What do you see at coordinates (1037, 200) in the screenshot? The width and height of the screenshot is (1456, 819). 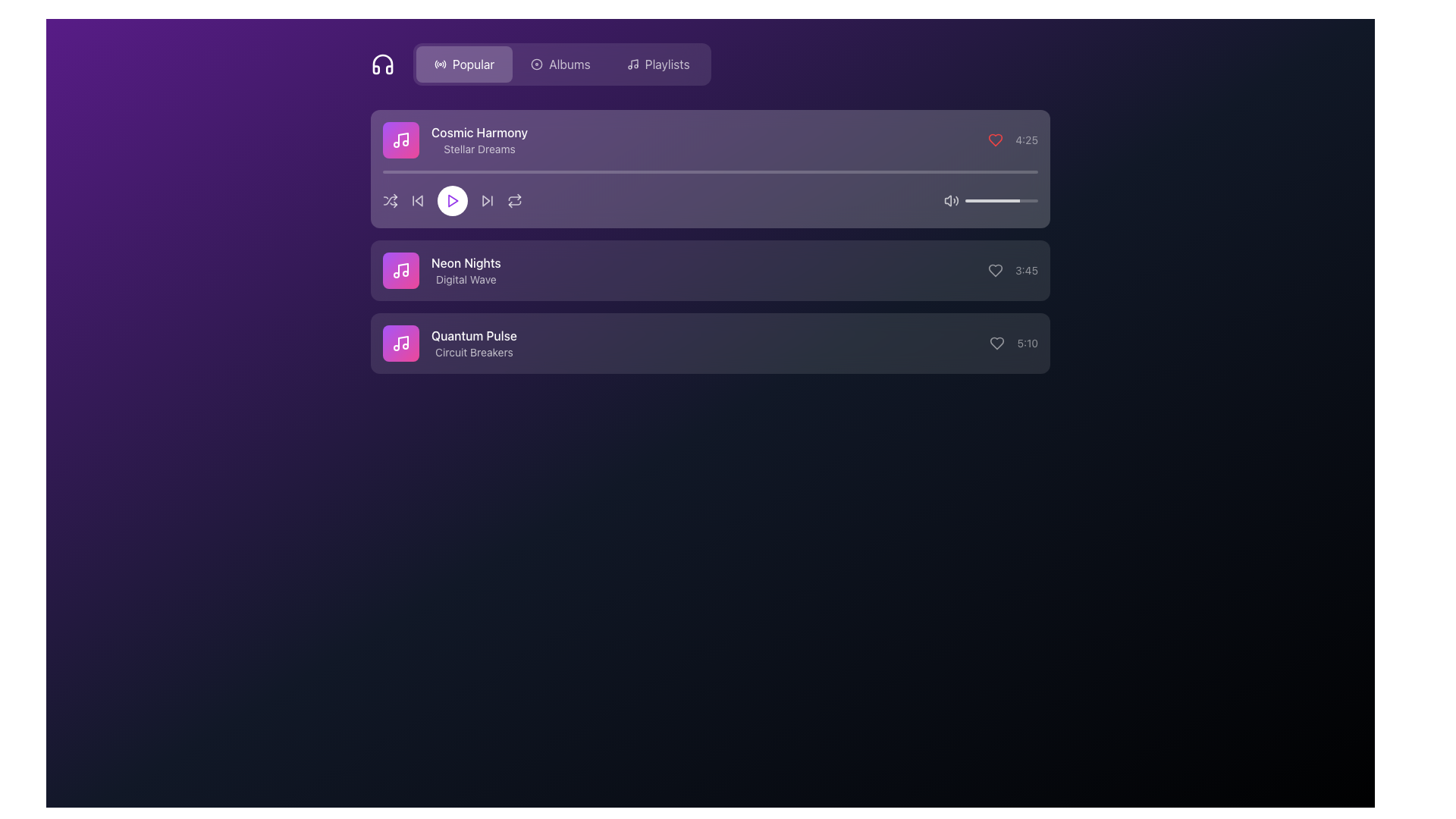 I see `the slider` at bounding box center [1037, 200].